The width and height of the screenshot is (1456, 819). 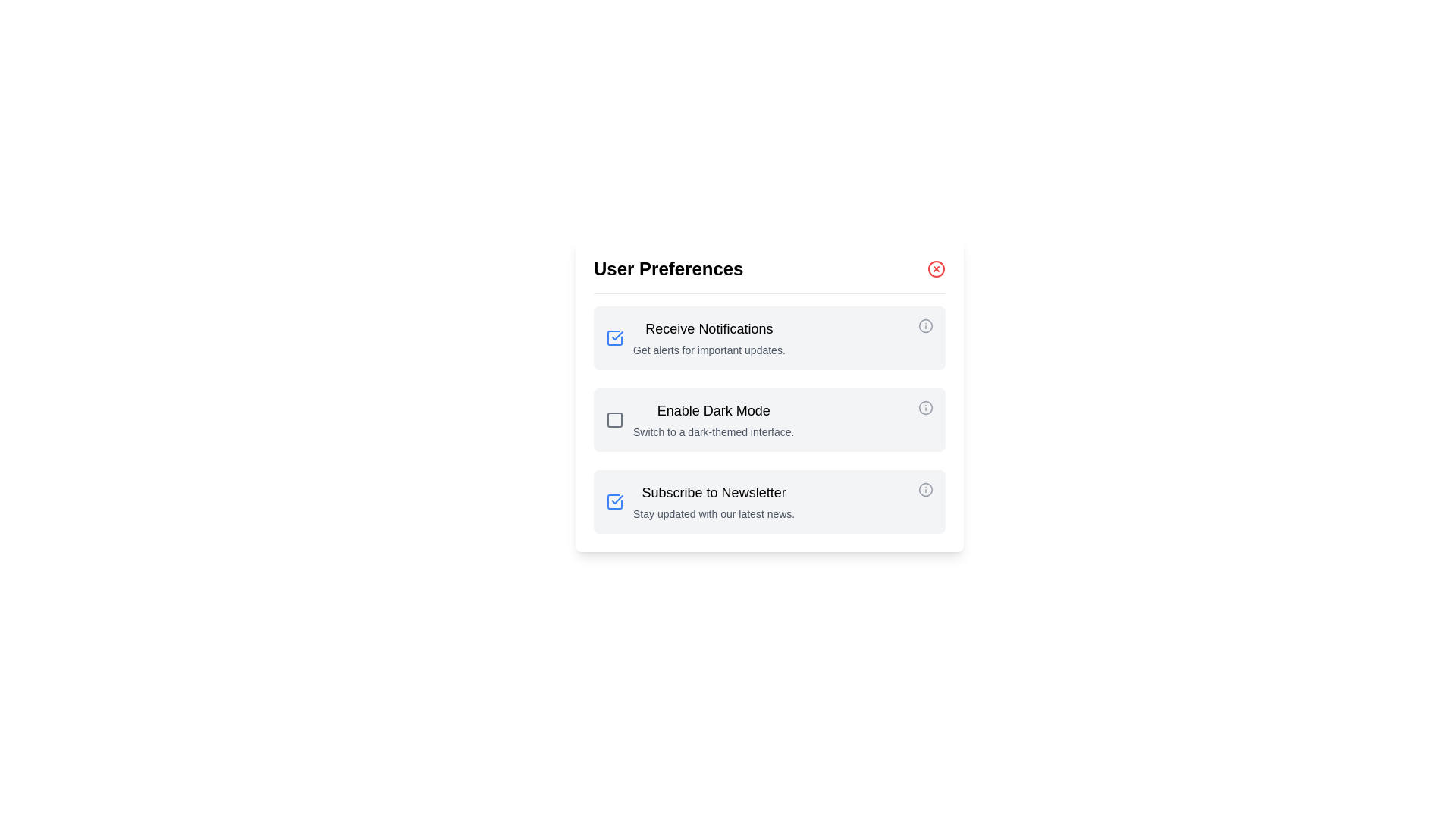 What do you see at coordinates (924, 325) in the screenshot?
I see `the Informational Icon located in the top-right corner of the 'Receive Notifications' box` at bounding box center [924, 325].